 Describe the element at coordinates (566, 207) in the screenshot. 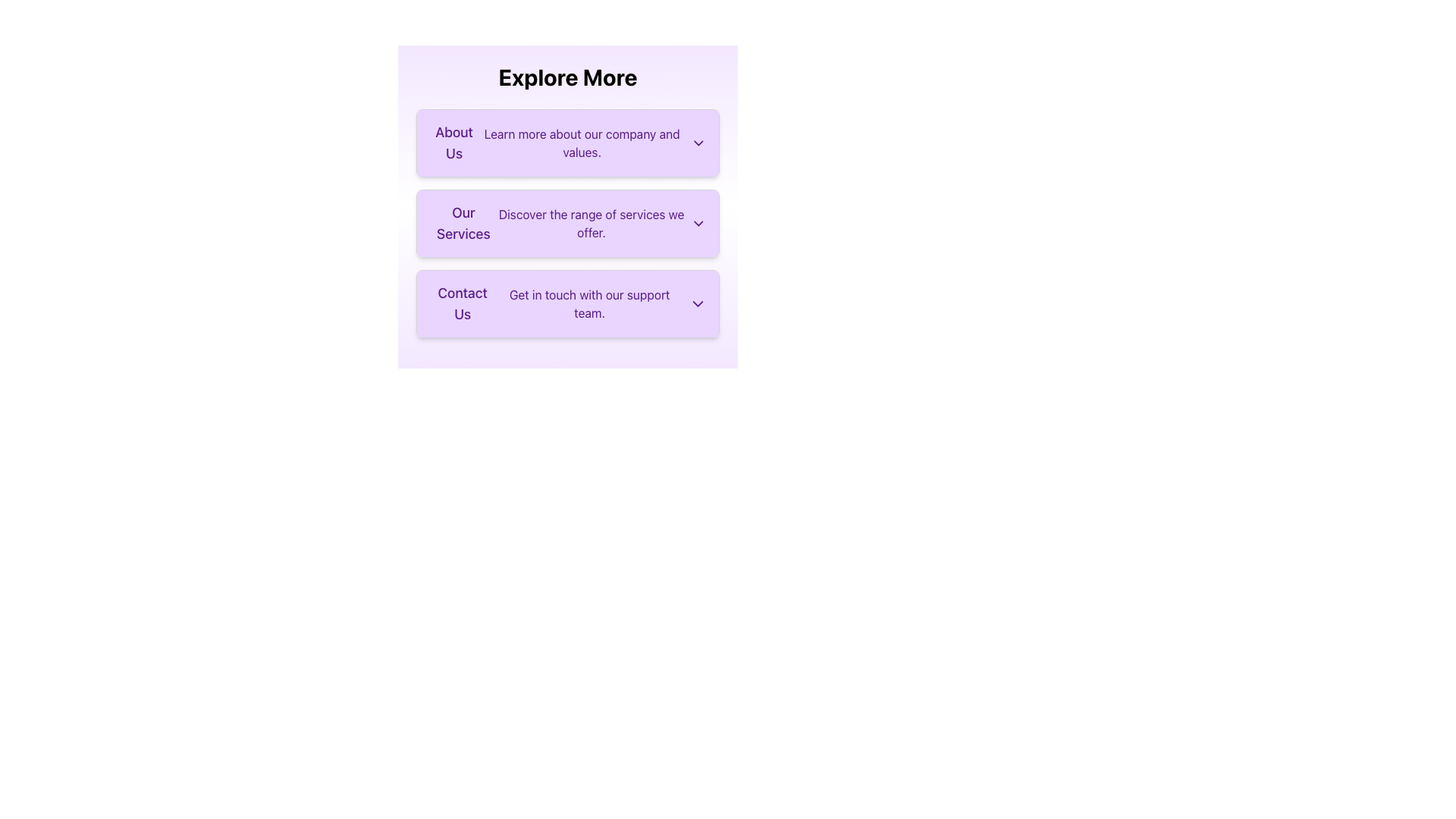

I see `text on the Navigational Card located at the second position in the vertical stack within the 'Explore More' panel` at that location.